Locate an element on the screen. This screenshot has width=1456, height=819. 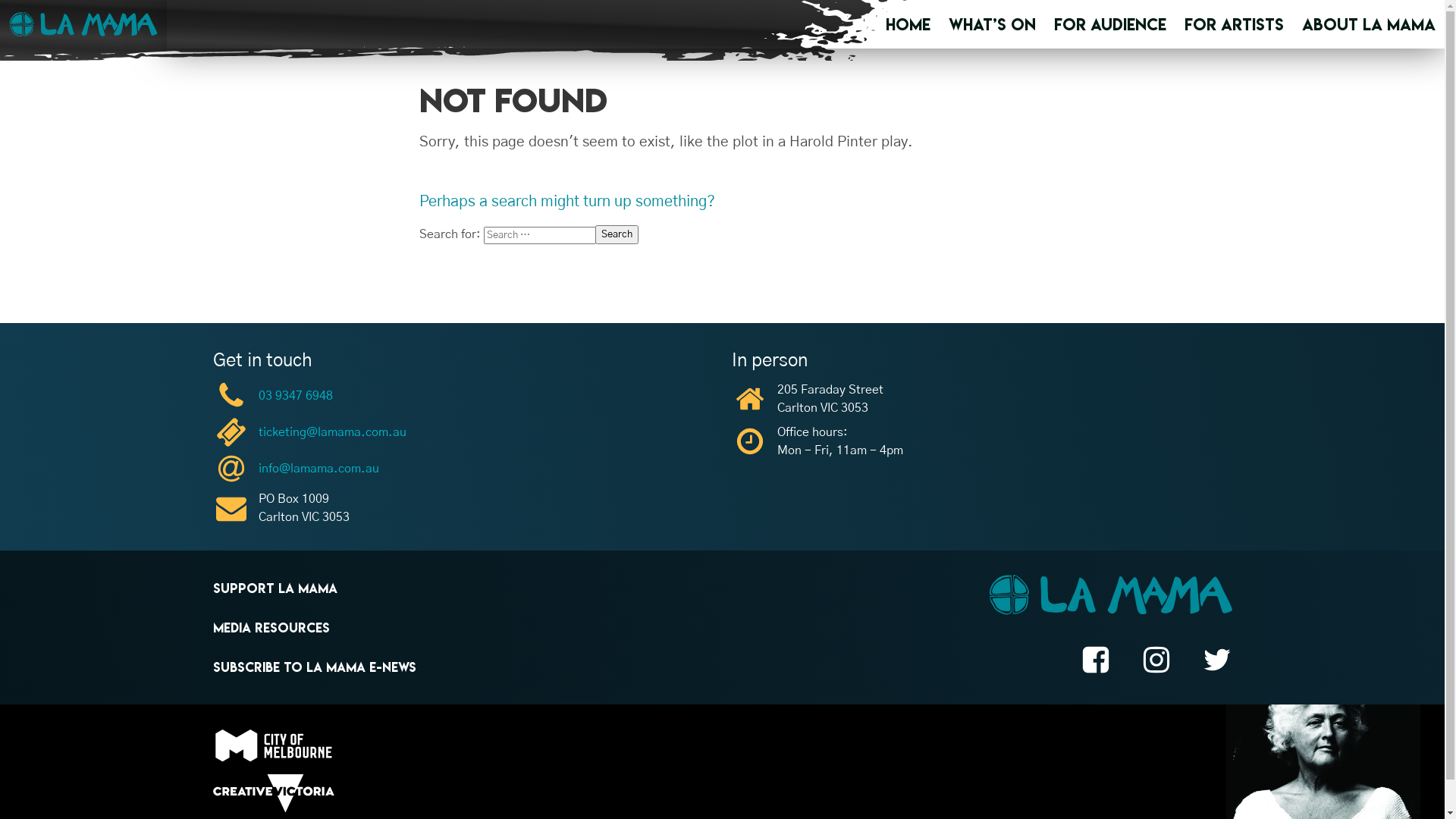
'Media Resources' is located at coordinates (270, 628).